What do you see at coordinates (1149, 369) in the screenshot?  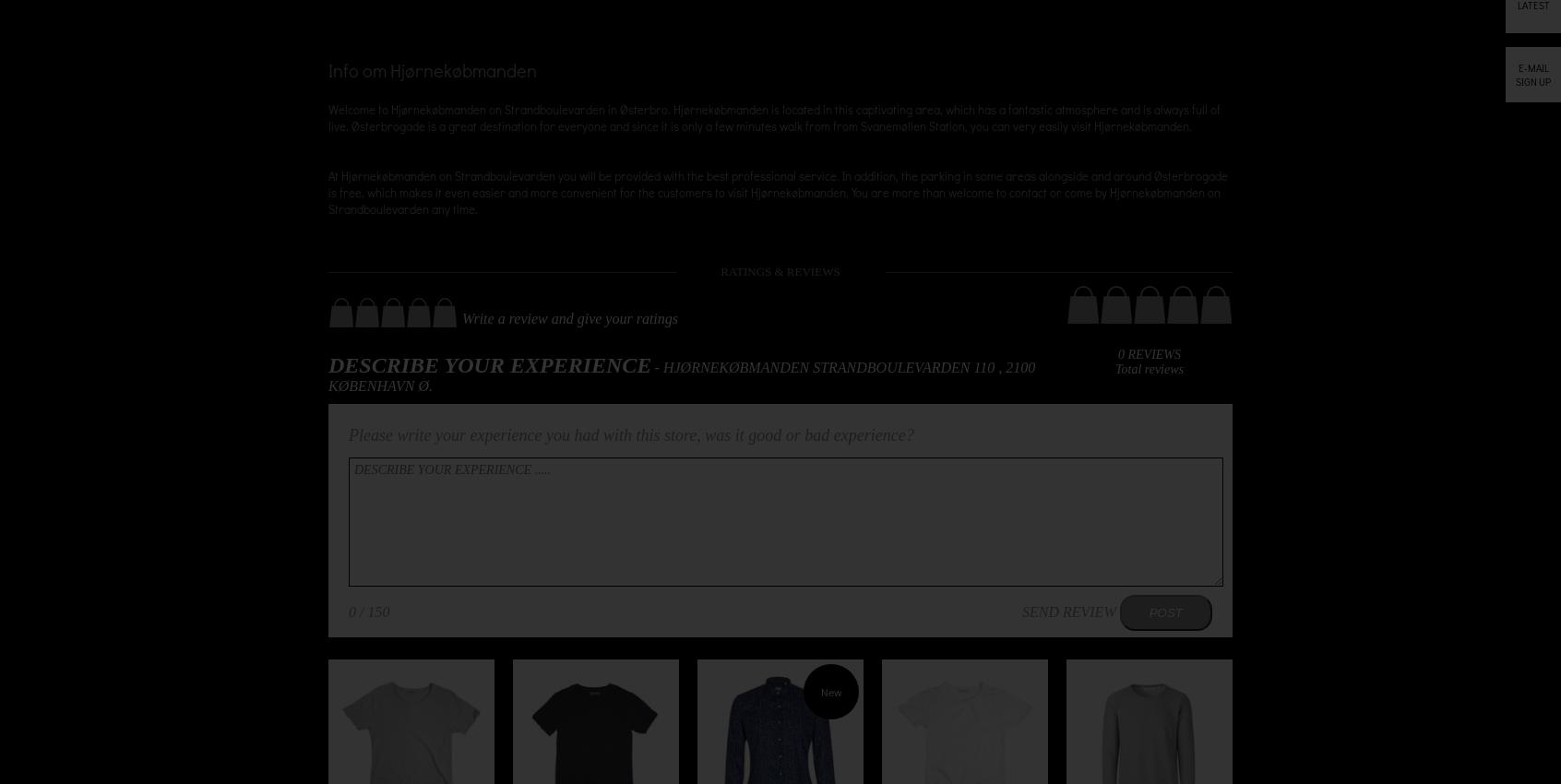 I see `'Total reviews'` at bounding box center [1149, 369].